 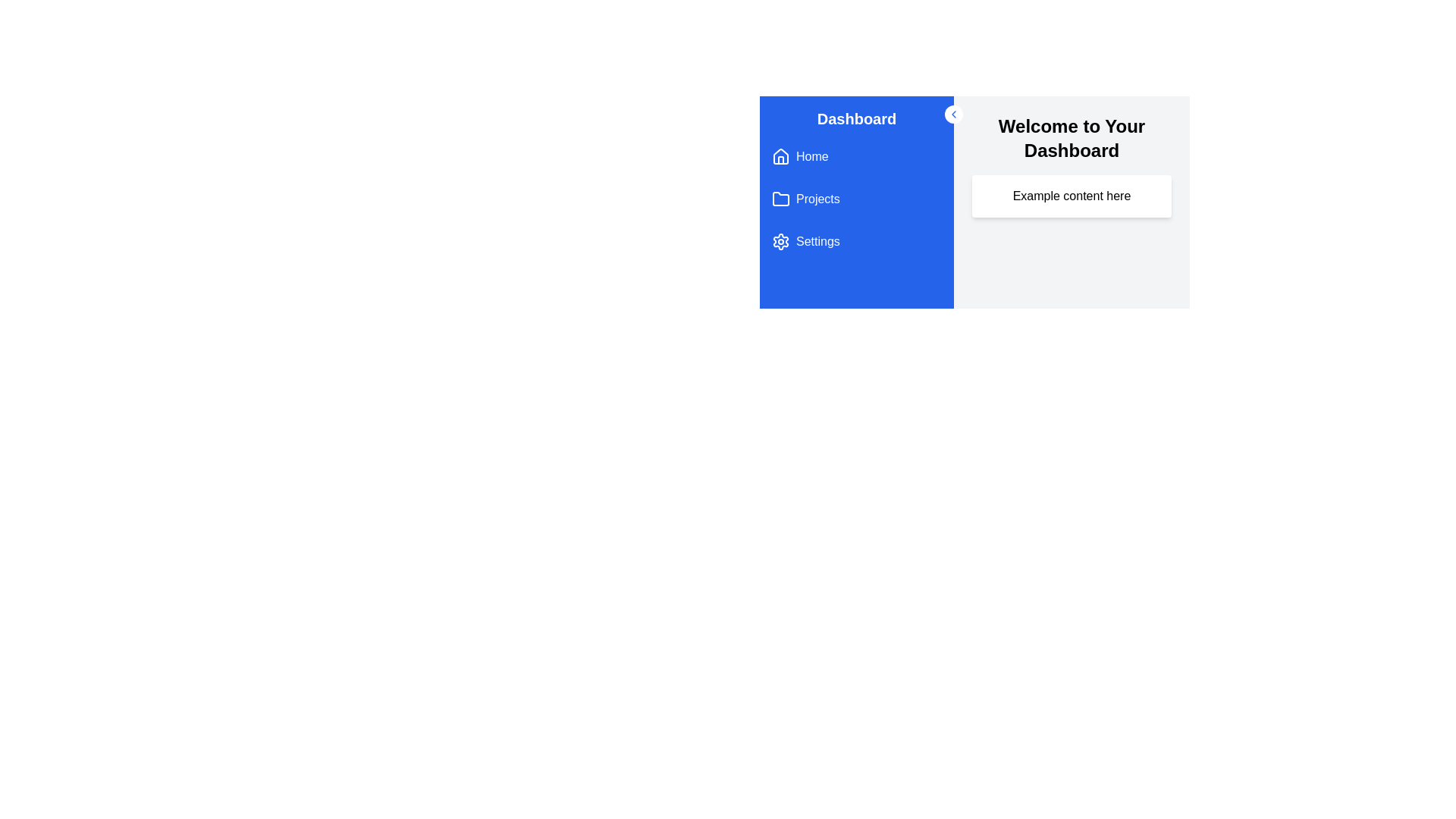 What do you see at coordinates (781, 241) in the screenshot?
I see `the gear-like icon located` at bounding box center [781, 241].